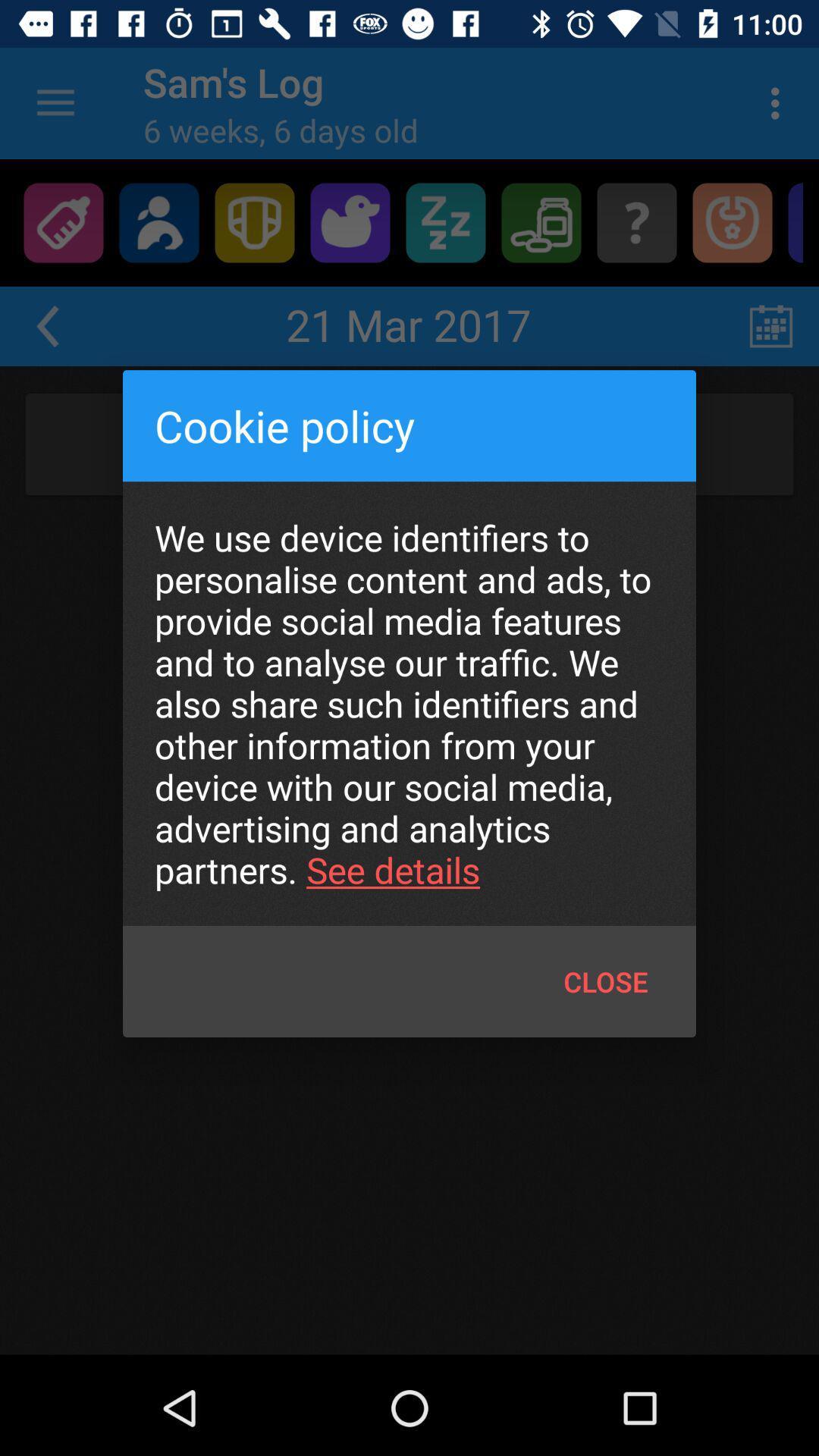 The height and width of the screenshot is (1456, 819). I want to click on item at the center, so click(409, 703).